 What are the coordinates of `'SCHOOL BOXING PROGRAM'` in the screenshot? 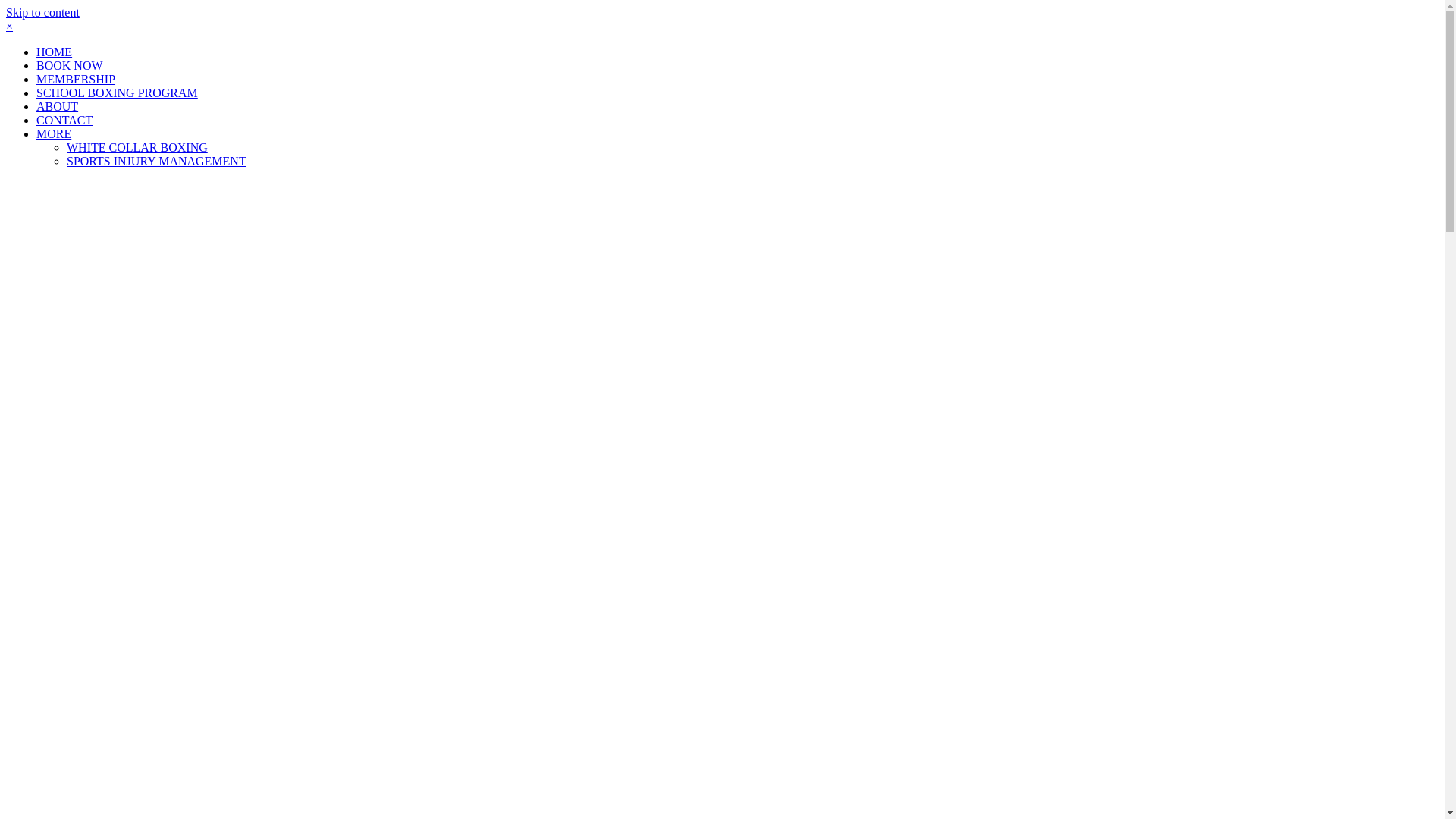 It's located at (116, 93).